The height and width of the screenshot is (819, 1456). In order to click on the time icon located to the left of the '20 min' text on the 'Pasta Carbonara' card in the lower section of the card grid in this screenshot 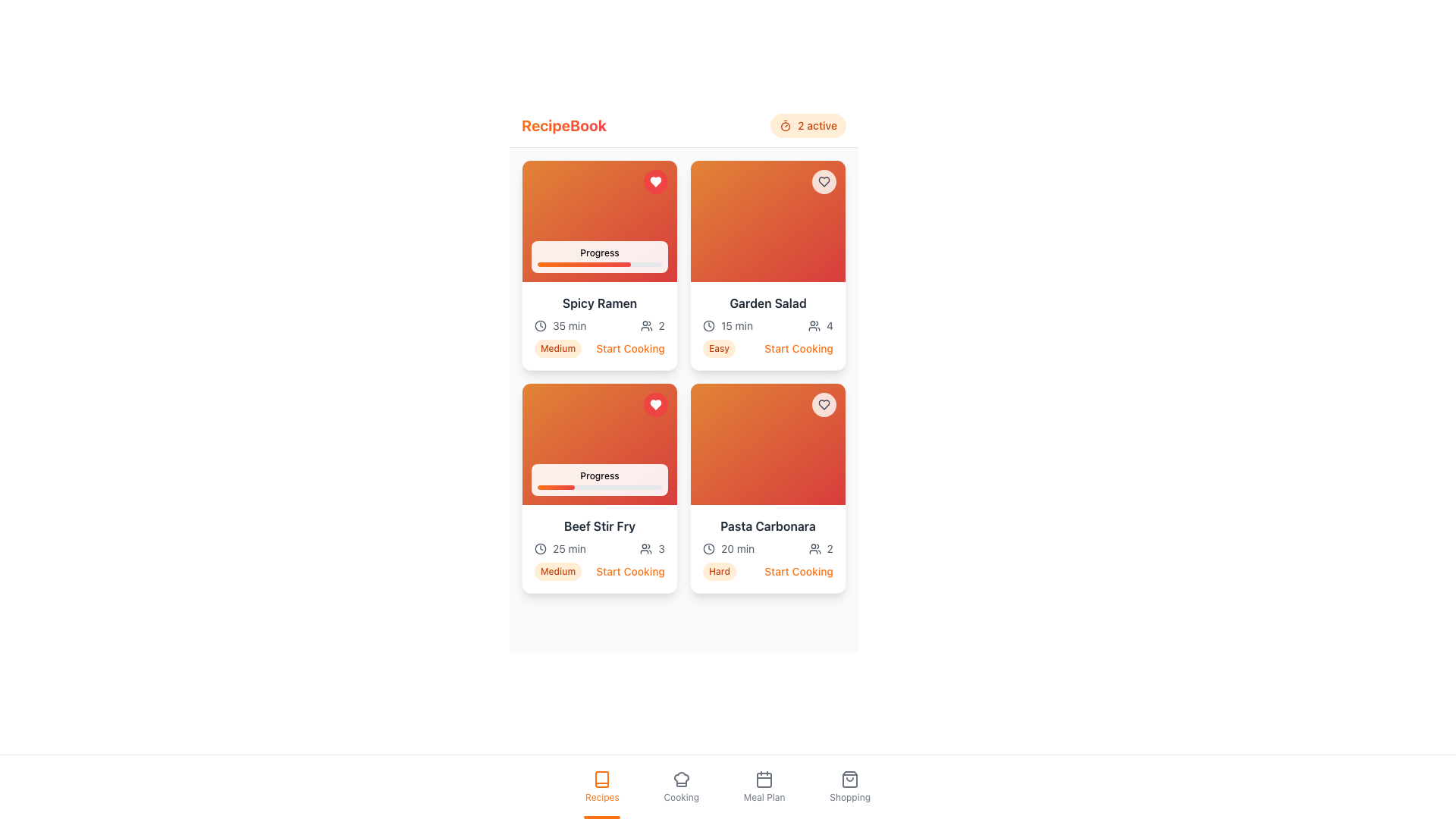, I will do `click(708, 549)`.